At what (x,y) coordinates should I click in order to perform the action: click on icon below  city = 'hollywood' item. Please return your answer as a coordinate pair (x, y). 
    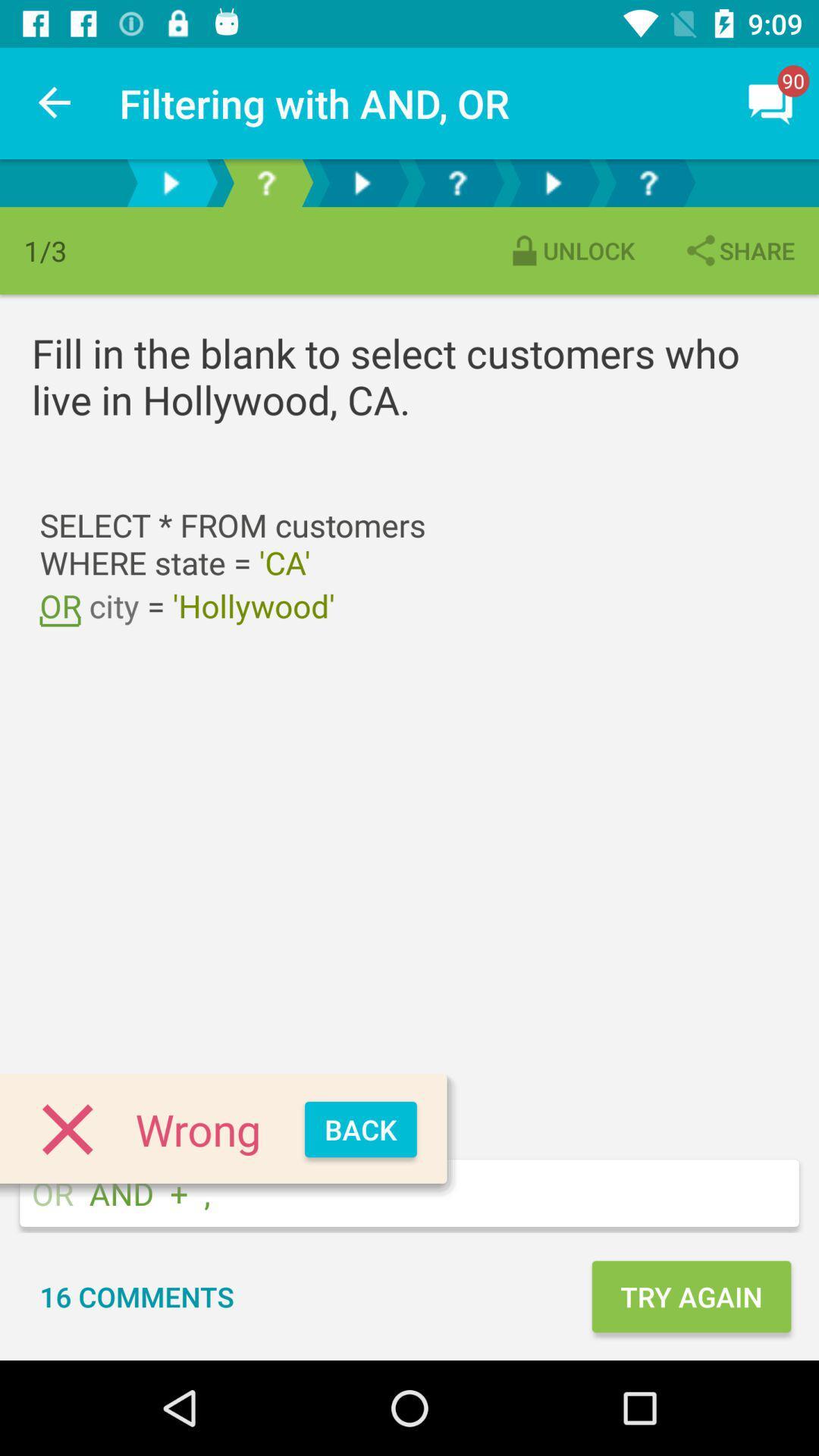
    Looking at the image, I should click on (360, 1129).